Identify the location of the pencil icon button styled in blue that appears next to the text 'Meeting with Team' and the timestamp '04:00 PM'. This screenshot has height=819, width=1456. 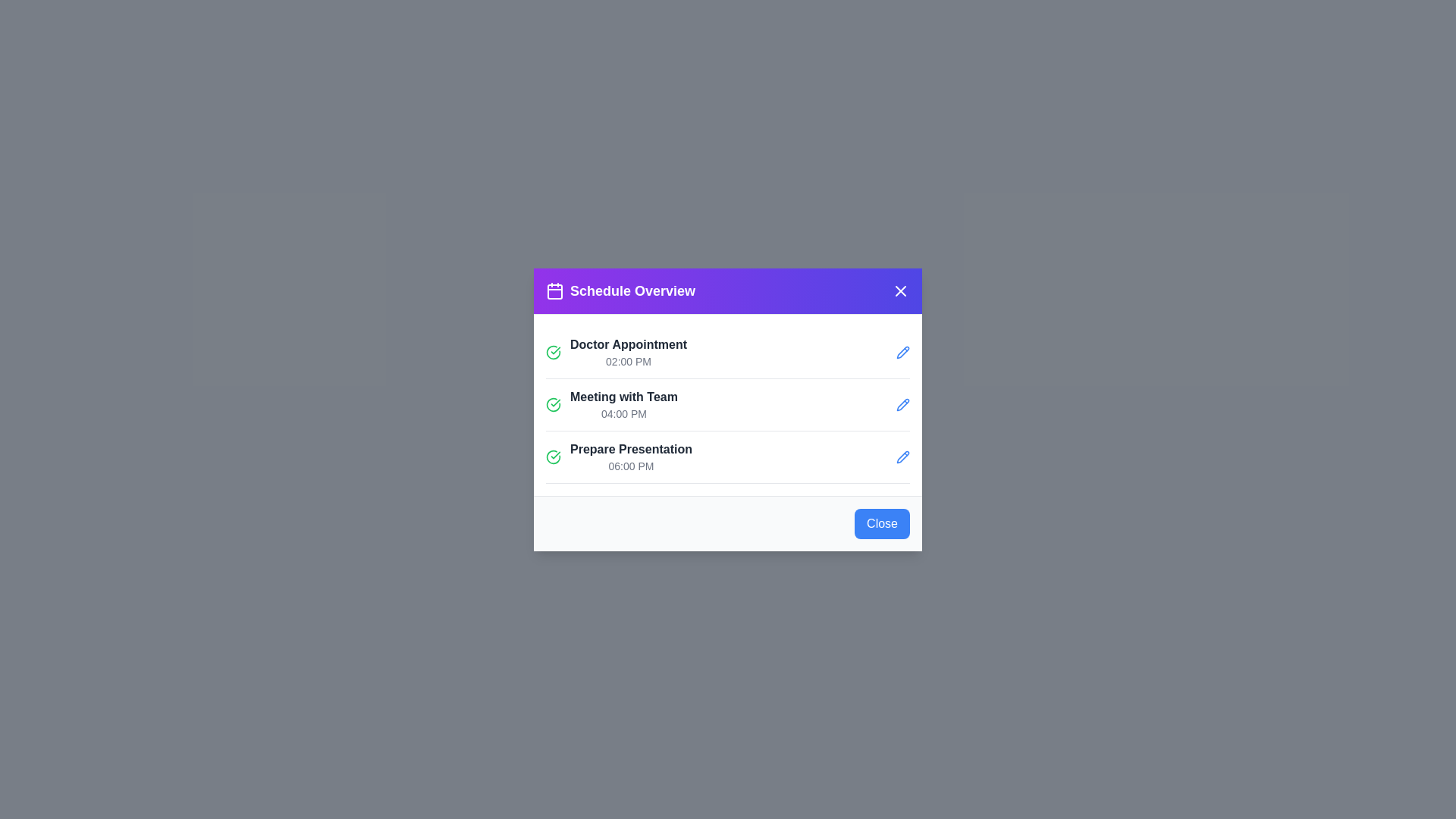
(902, 403).